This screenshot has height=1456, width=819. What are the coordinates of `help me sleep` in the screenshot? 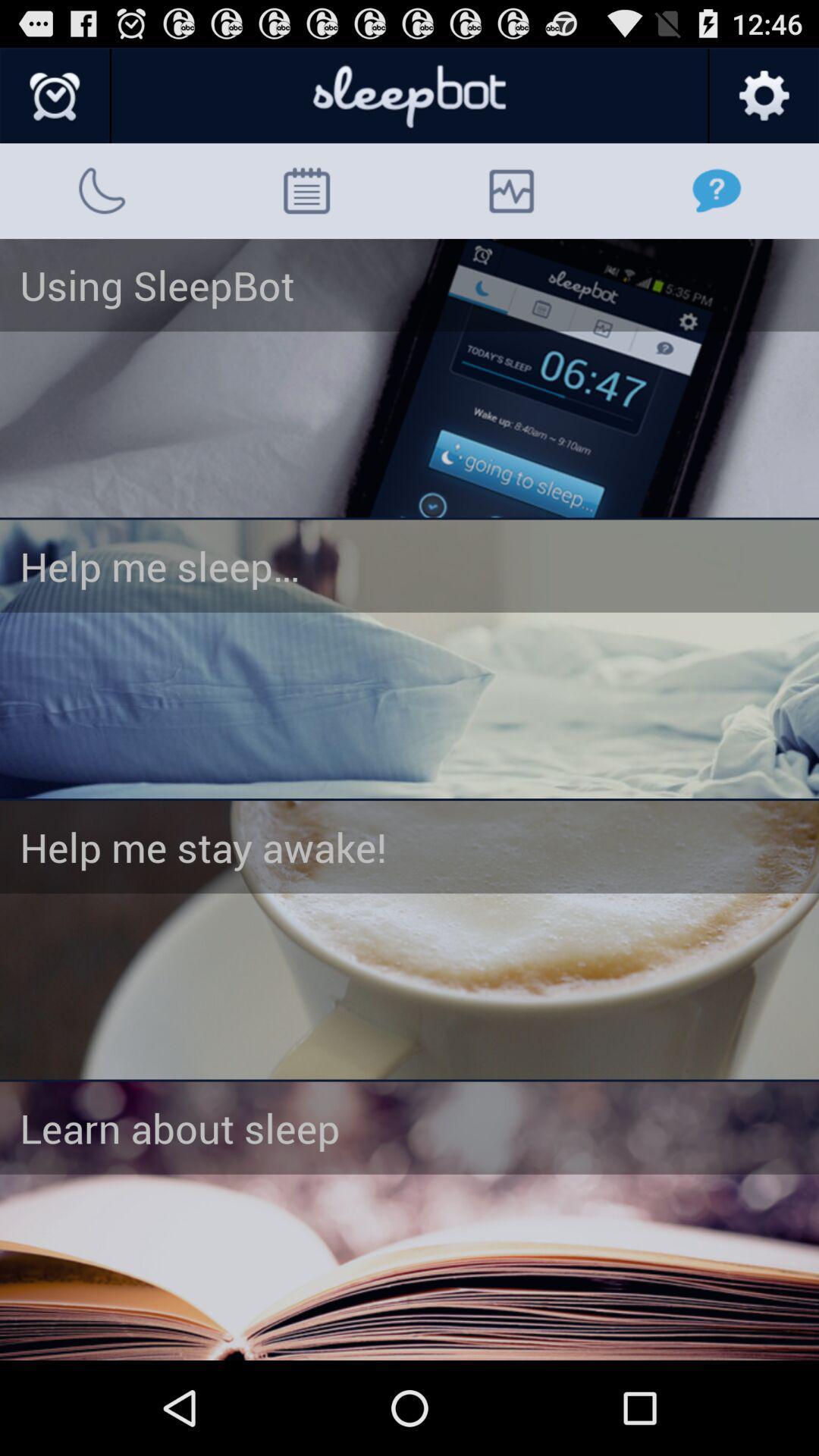 It's located at (409, 659).